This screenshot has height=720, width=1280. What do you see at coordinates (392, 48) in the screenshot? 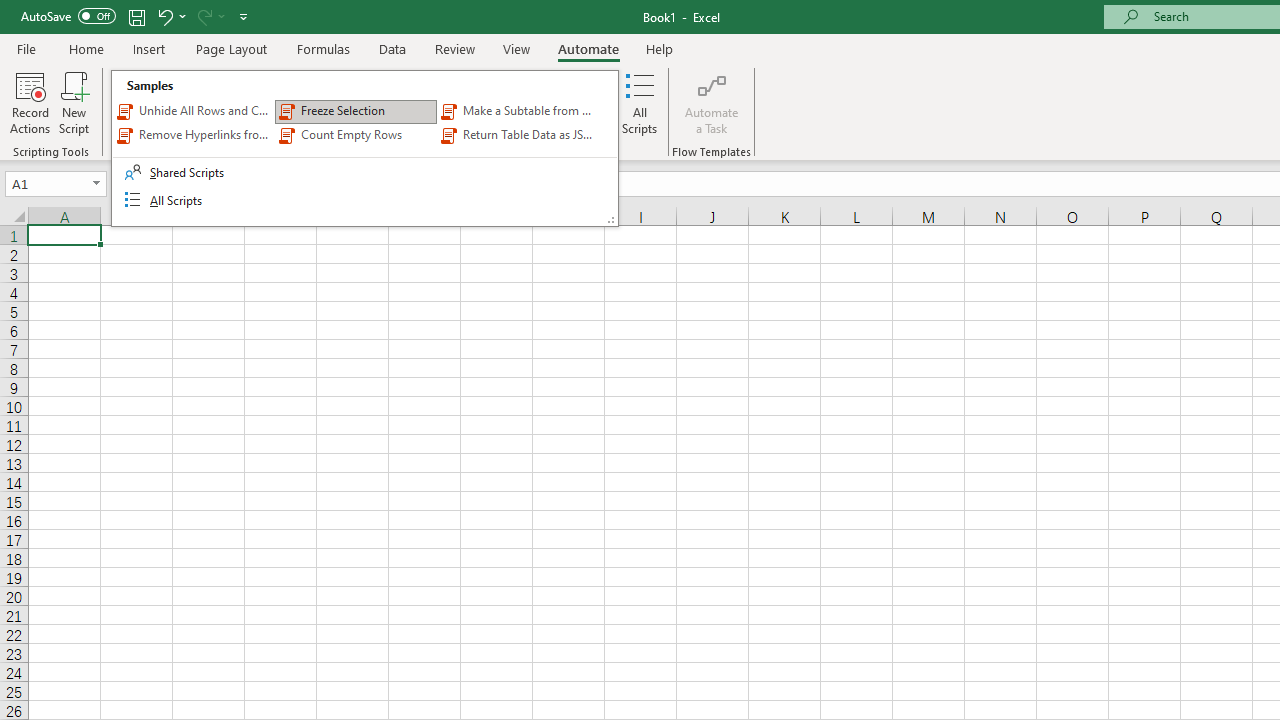
I see `'Data'` at bounding box center [392, 48].